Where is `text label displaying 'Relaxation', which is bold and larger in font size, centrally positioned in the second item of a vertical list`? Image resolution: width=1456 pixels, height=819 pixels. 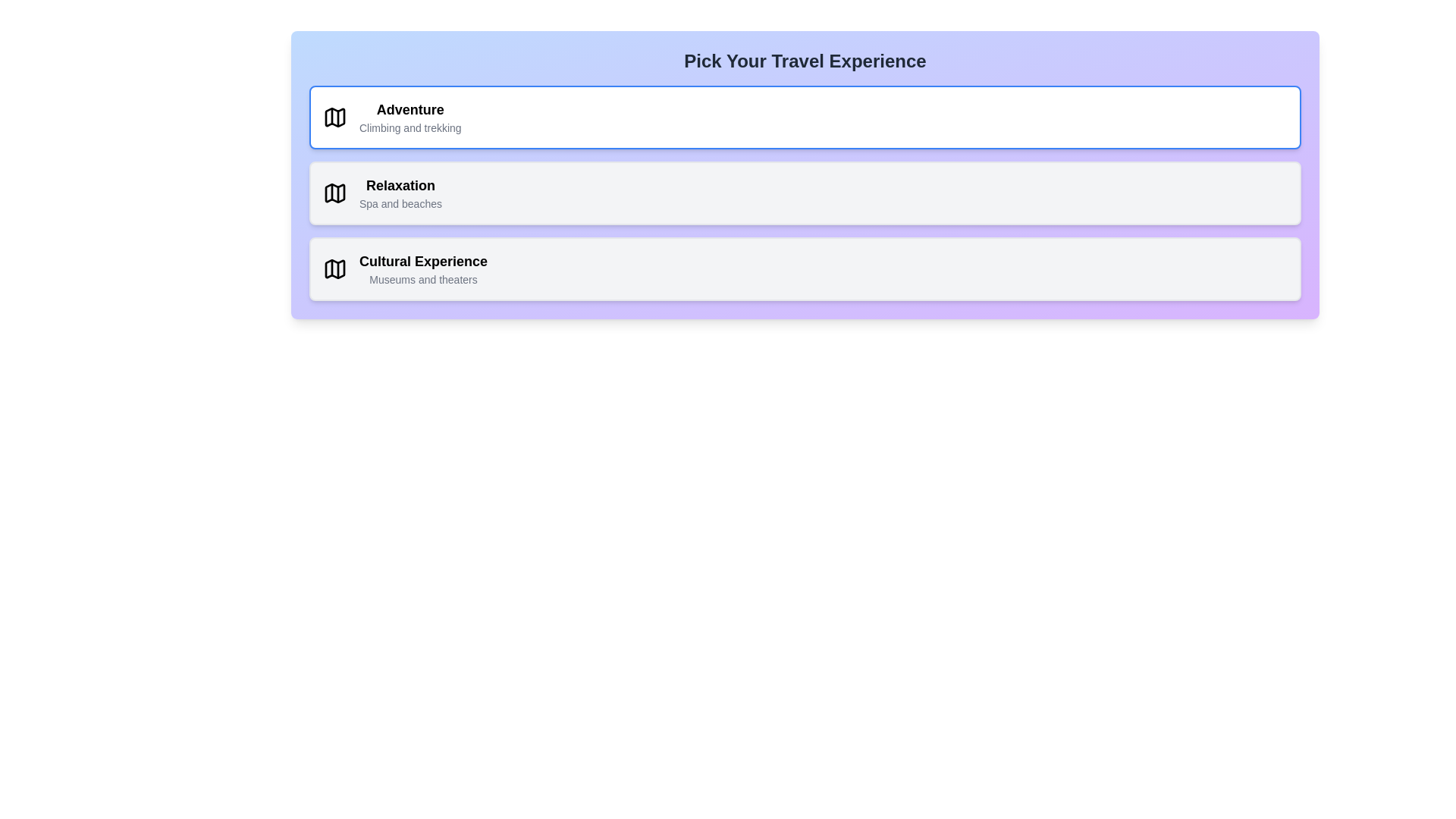
text label displaying 'Relaxation', which is bold and larger in font size, centrally positioned in the second item of a vertical list is located at coordinates (400, 185).